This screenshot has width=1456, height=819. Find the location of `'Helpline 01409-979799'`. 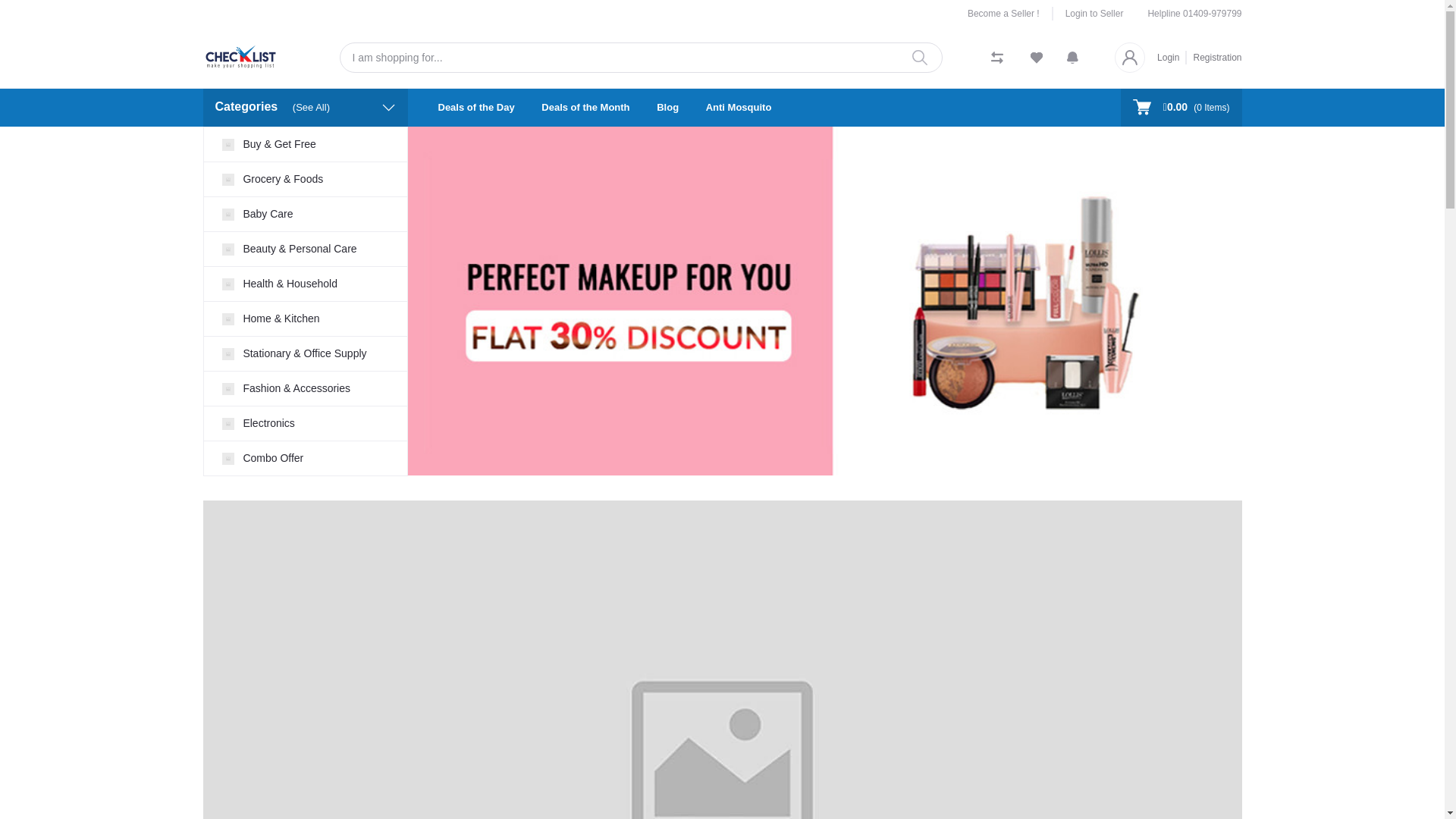

'Helpline 01409-979799' is located at coordinates (1147, 14).